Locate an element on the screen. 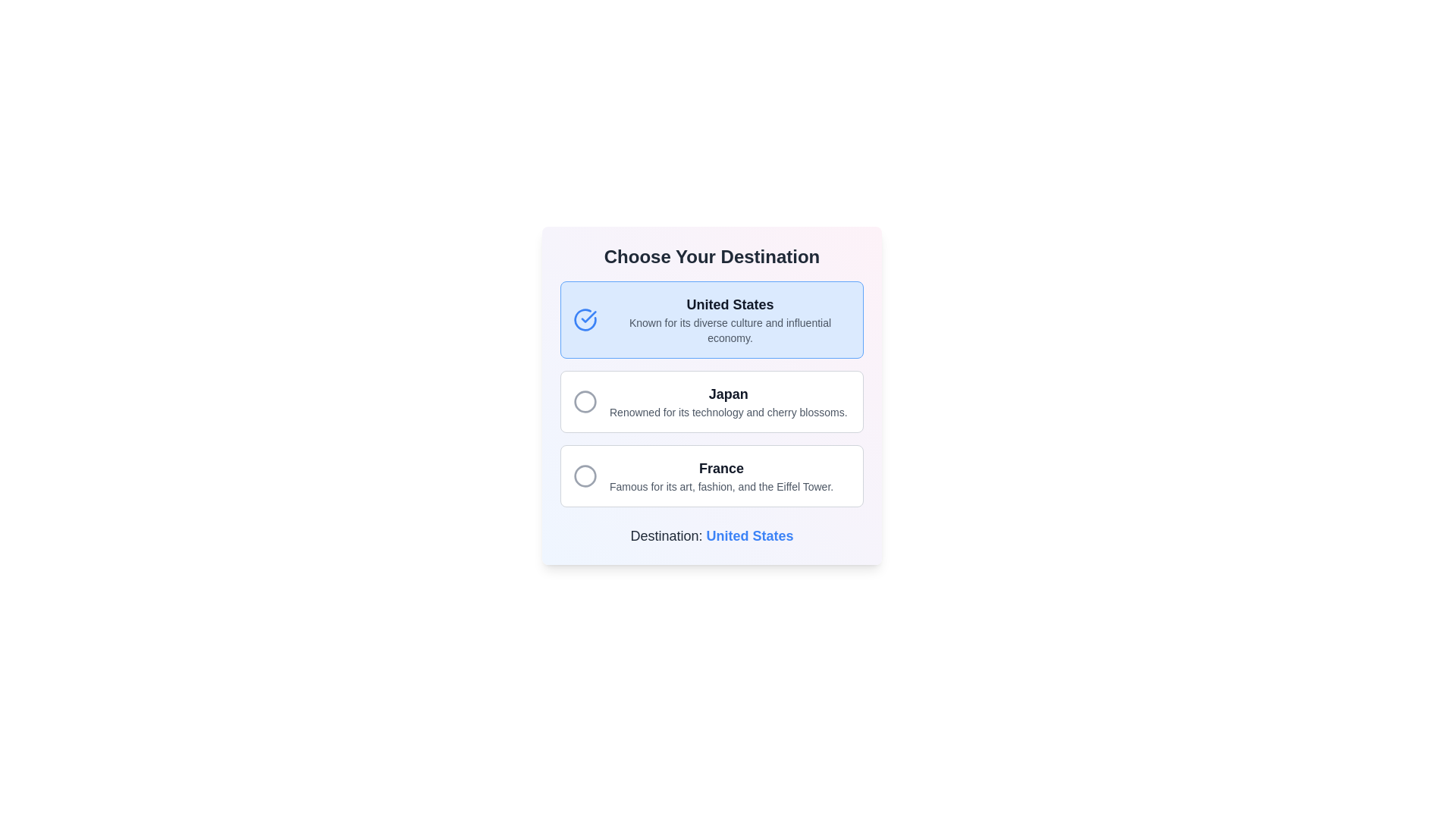 The height and width of the screenshot is (819, 1456). the static text providing additional descriptive information about the 'Japan' option in the list of destinations, which is located beneath the main label 'Japan' is located at coordinates (728, 412).